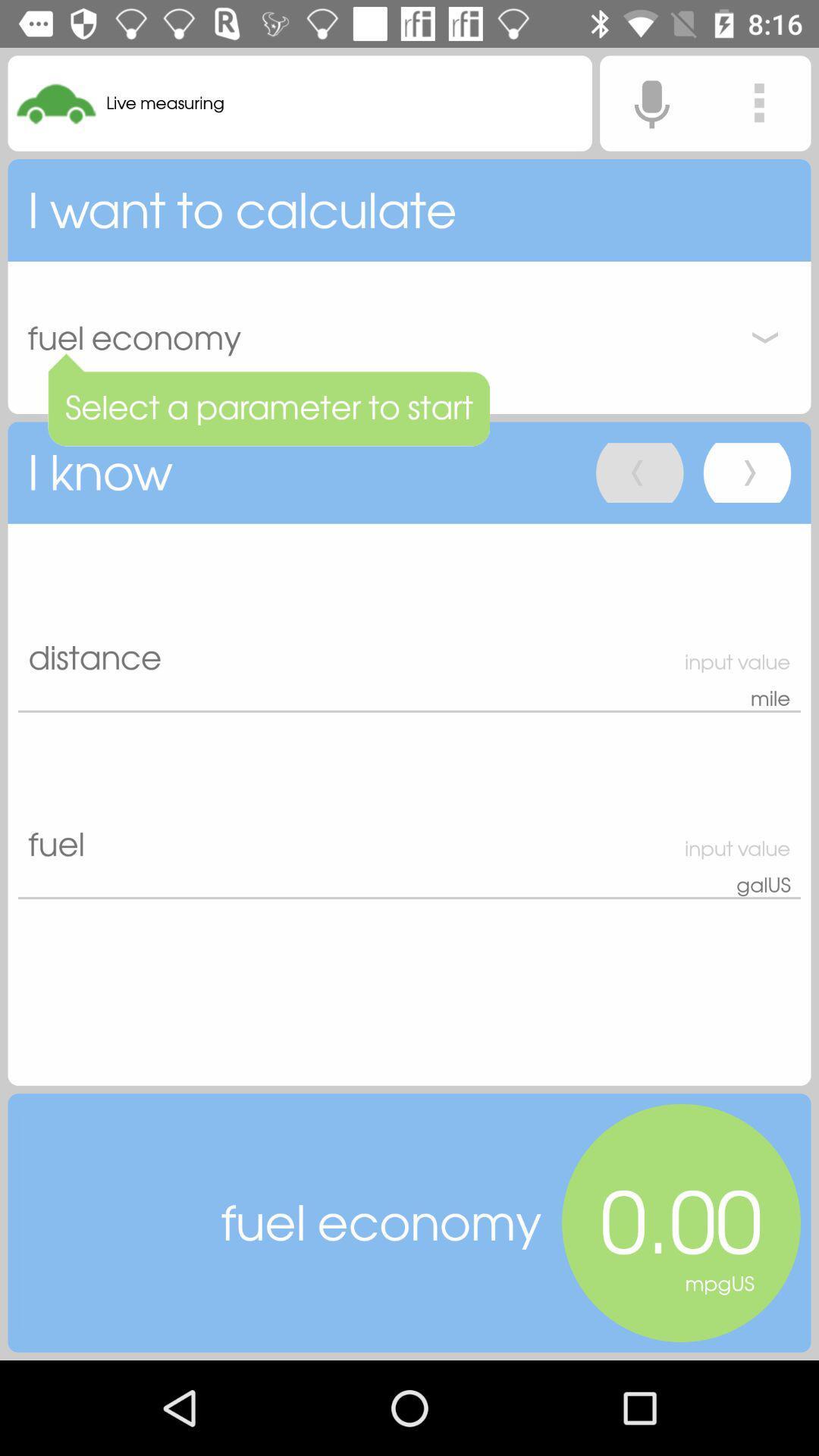 The width and height of the screenshot is (819, 1456). What do you see at coordinates (759, 102) in the screenshot?
I see `overflow action button` at bounding box center [759, 102].